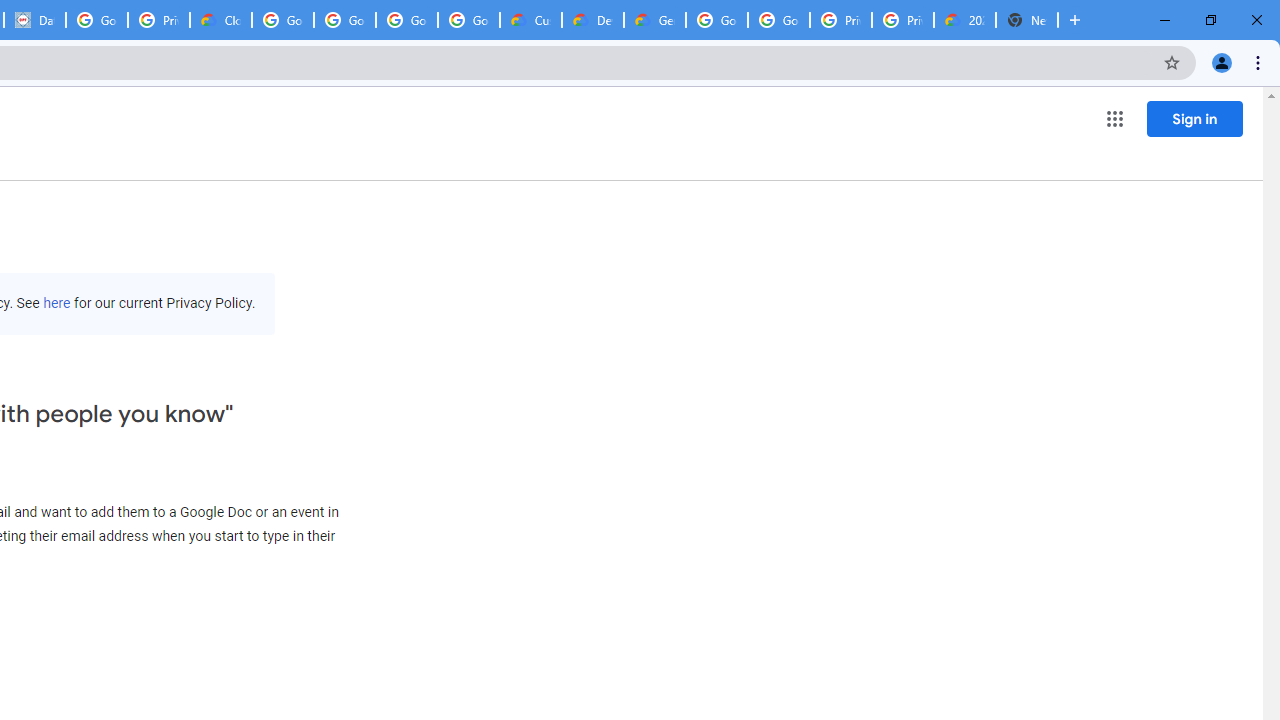 Image resolution: width=1280 pixels, height=720 pixels. What do you see at coordinates (468, 20) in the screenshot?
I see `'Google Workspace - Specific Terms'` at bounding box center [468, 20].